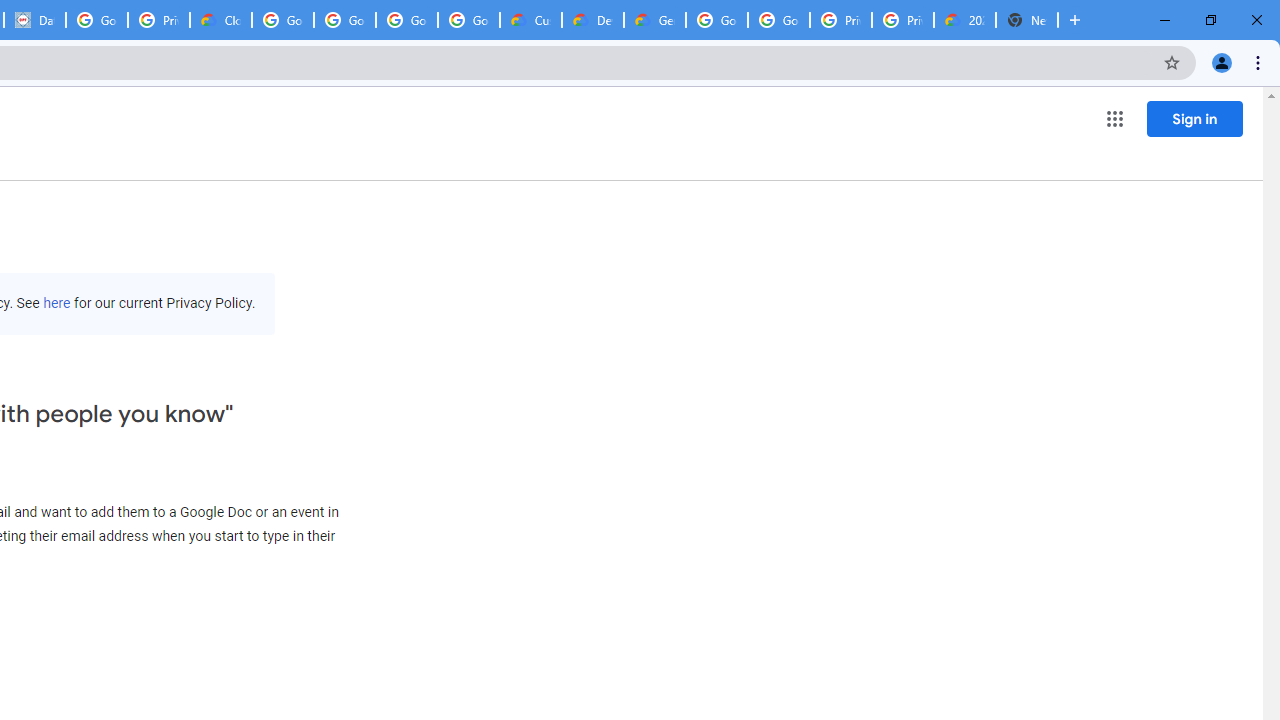 Image resolution: width=1280 pixels, height=720 pixels. What do you see at coordinates (468, 20) in the screenshot?
I see `'Google Workspace - Specific Terms'` at bounding box center [468, 20].